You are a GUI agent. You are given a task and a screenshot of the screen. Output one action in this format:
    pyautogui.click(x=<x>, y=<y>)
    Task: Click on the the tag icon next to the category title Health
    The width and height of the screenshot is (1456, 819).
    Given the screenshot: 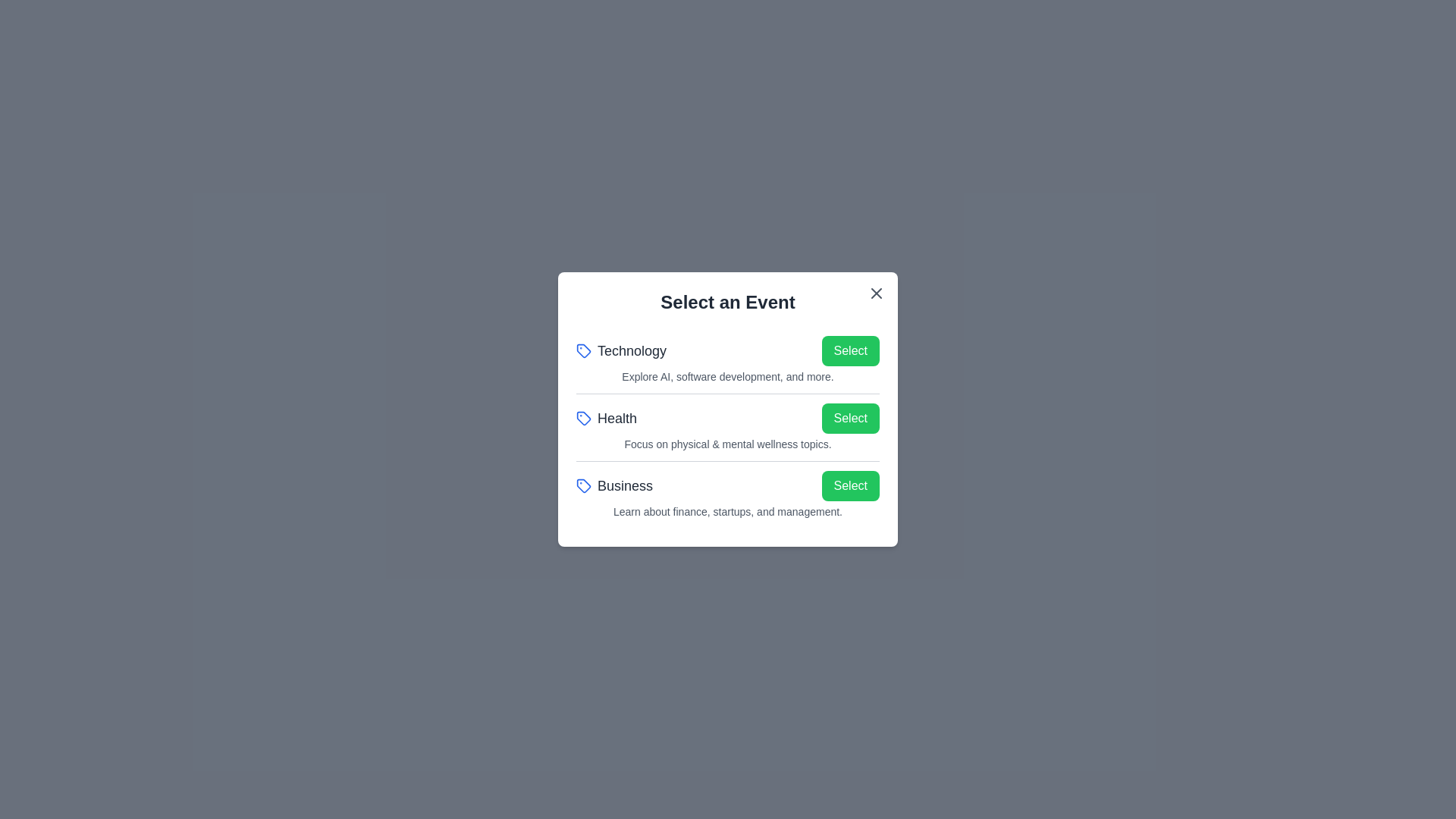 What is the action you would take?
    pyautogui.click(x=582, y=418)
    